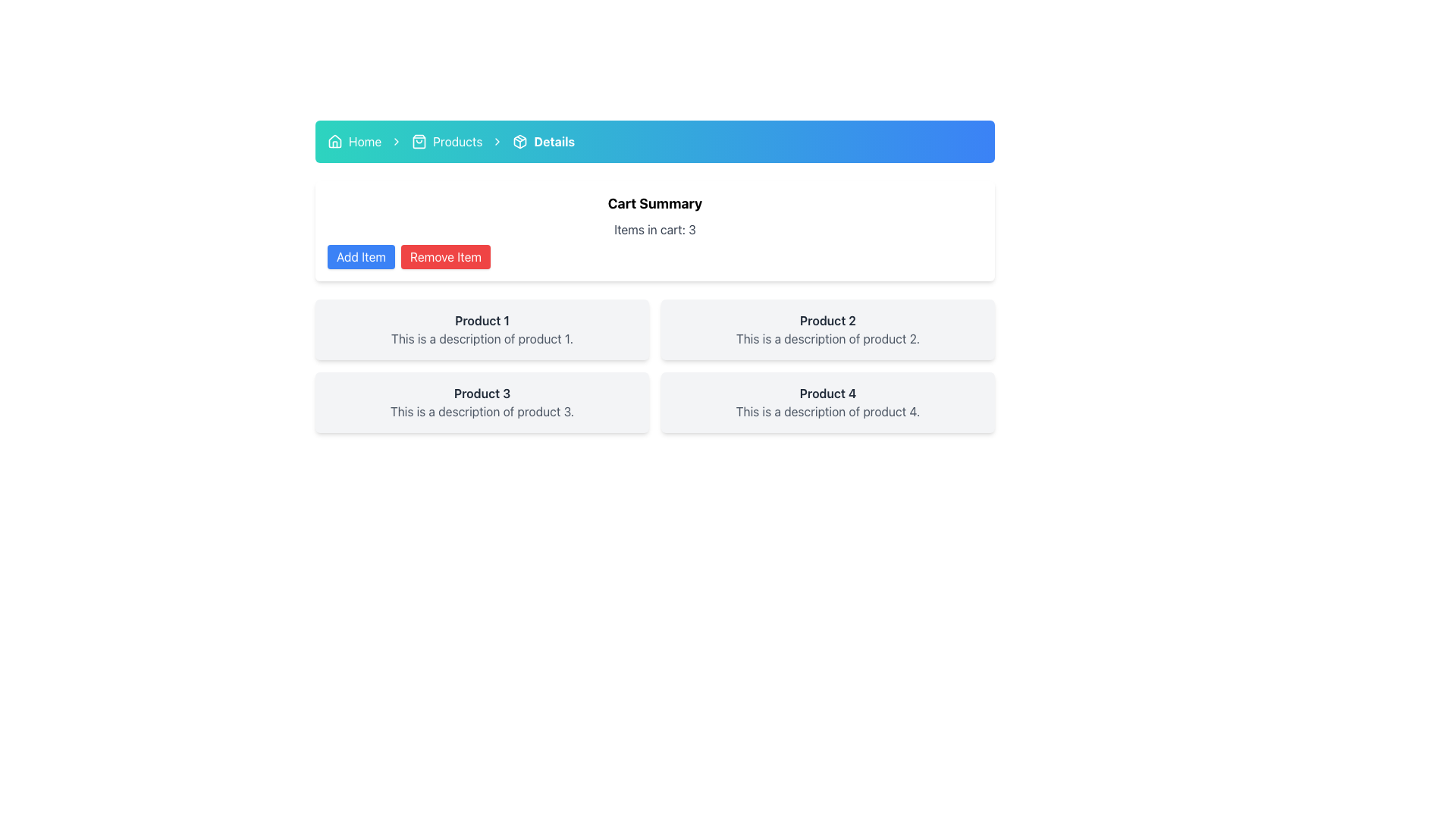  I want to click on the bold, dark text labeled 'Product 2', so click(827, 320).